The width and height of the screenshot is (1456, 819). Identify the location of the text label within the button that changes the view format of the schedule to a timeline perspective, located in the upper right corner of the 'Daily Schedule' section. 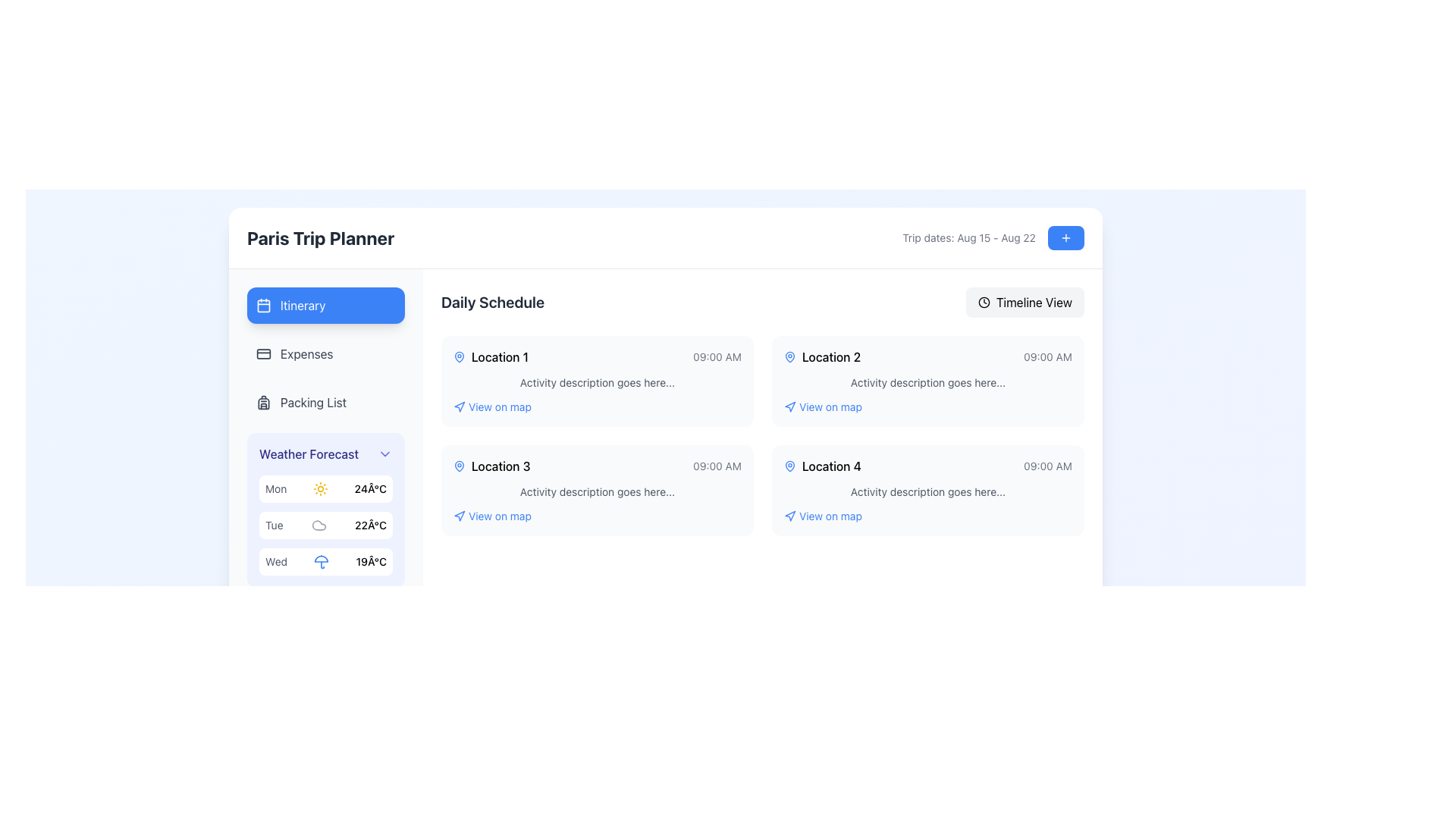
(1033, 302).